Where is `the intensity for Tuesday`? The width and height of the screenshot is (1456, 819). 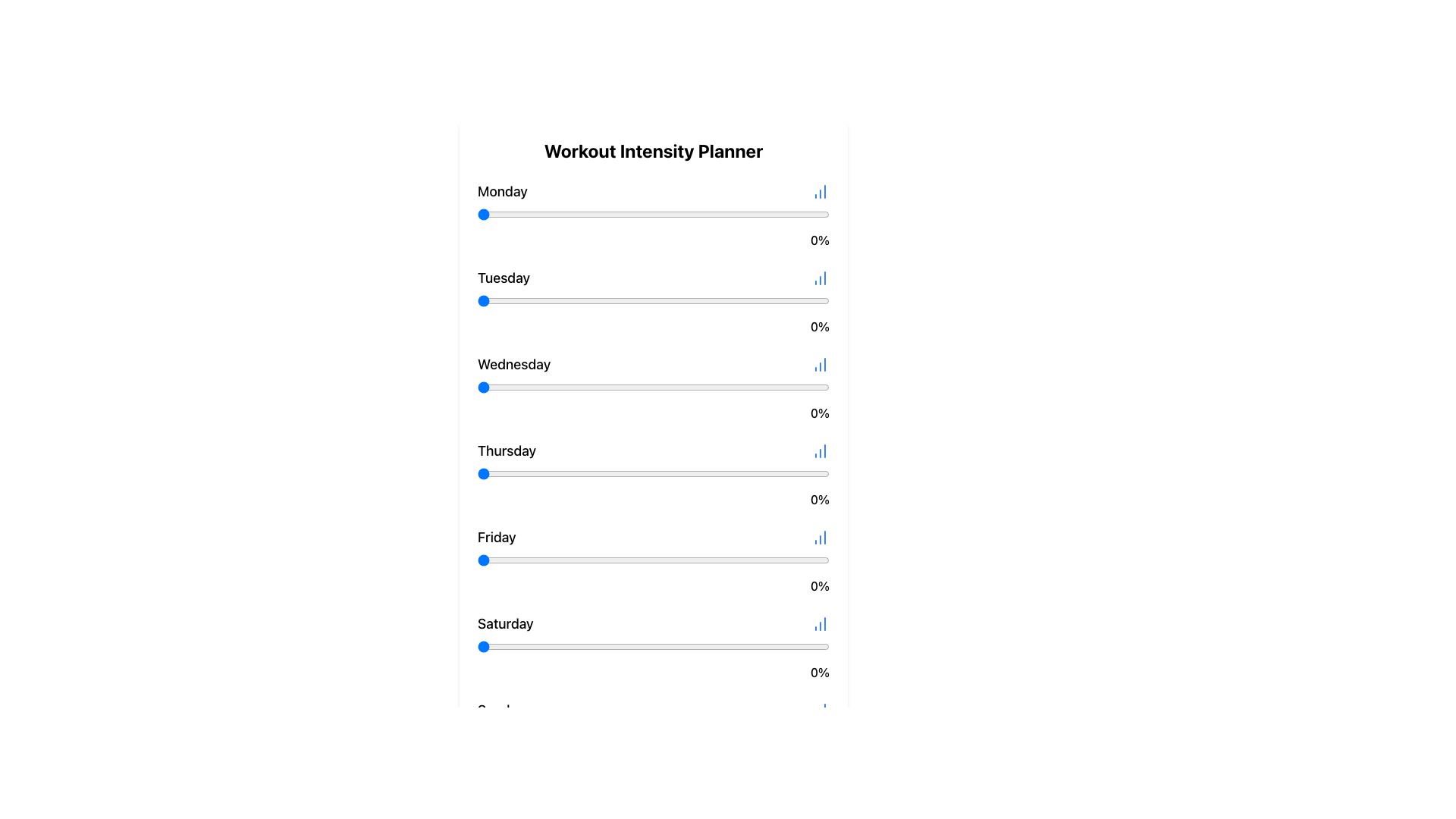 the intensity for Tuesday is located at coordinates (670, 301).